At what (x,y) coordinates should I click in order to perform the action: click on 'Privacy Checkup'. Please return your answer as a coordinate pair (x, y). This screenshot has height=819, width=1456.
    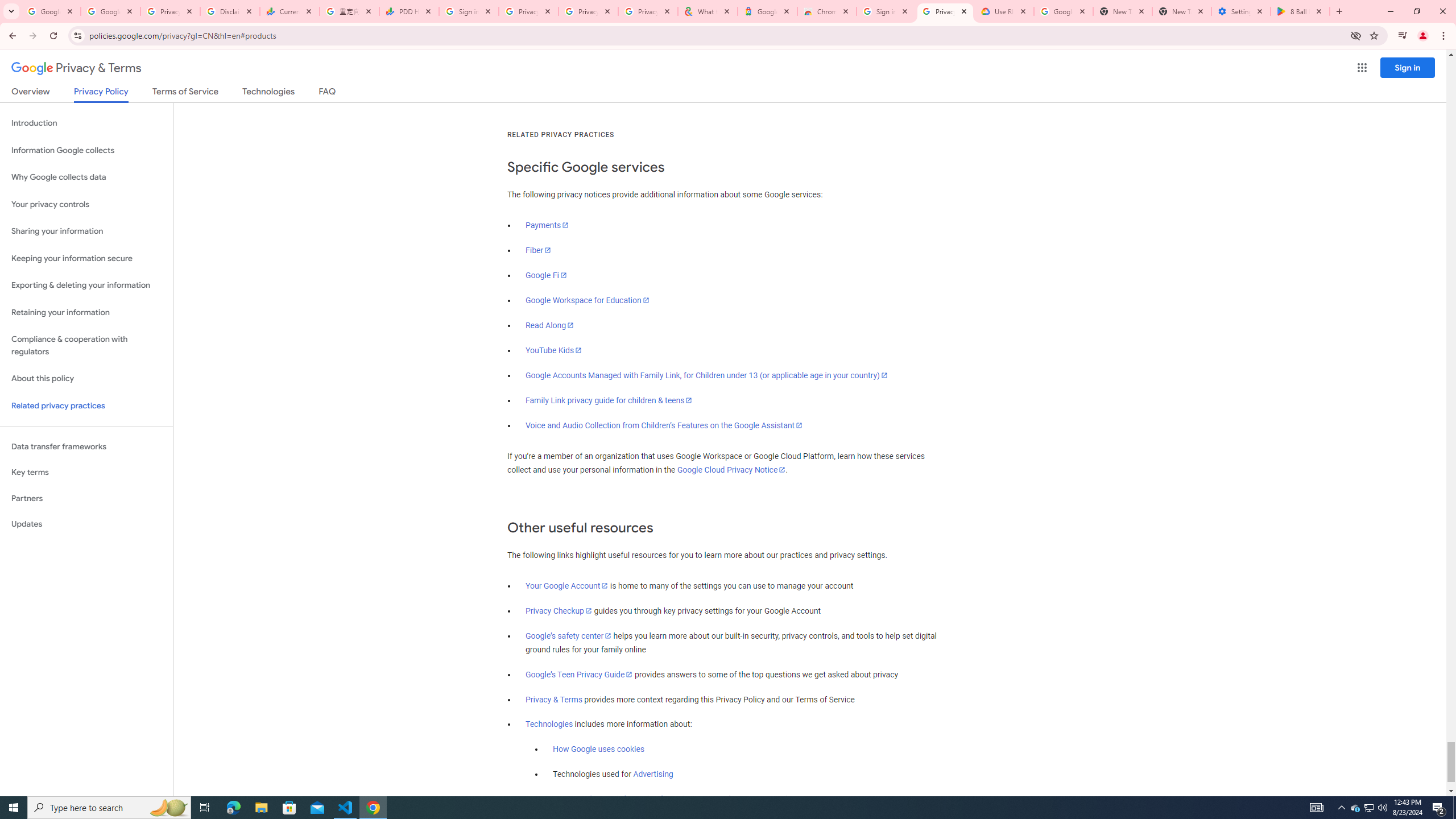
    Looking at the image, I should click on (559, 610).